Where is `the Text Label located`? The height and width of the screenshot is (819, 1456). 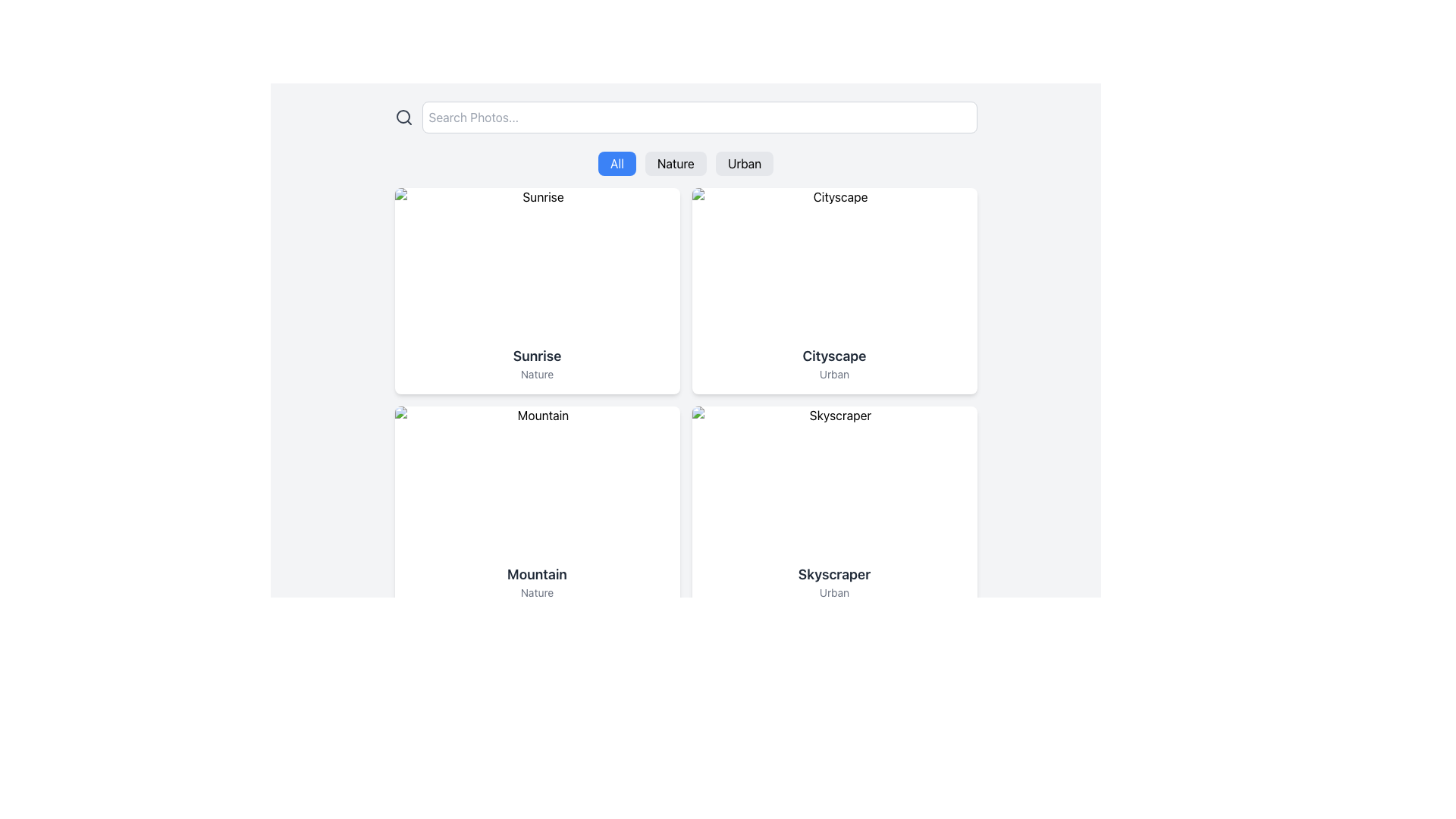
the Text Label located is located at coordinates (537, 575).